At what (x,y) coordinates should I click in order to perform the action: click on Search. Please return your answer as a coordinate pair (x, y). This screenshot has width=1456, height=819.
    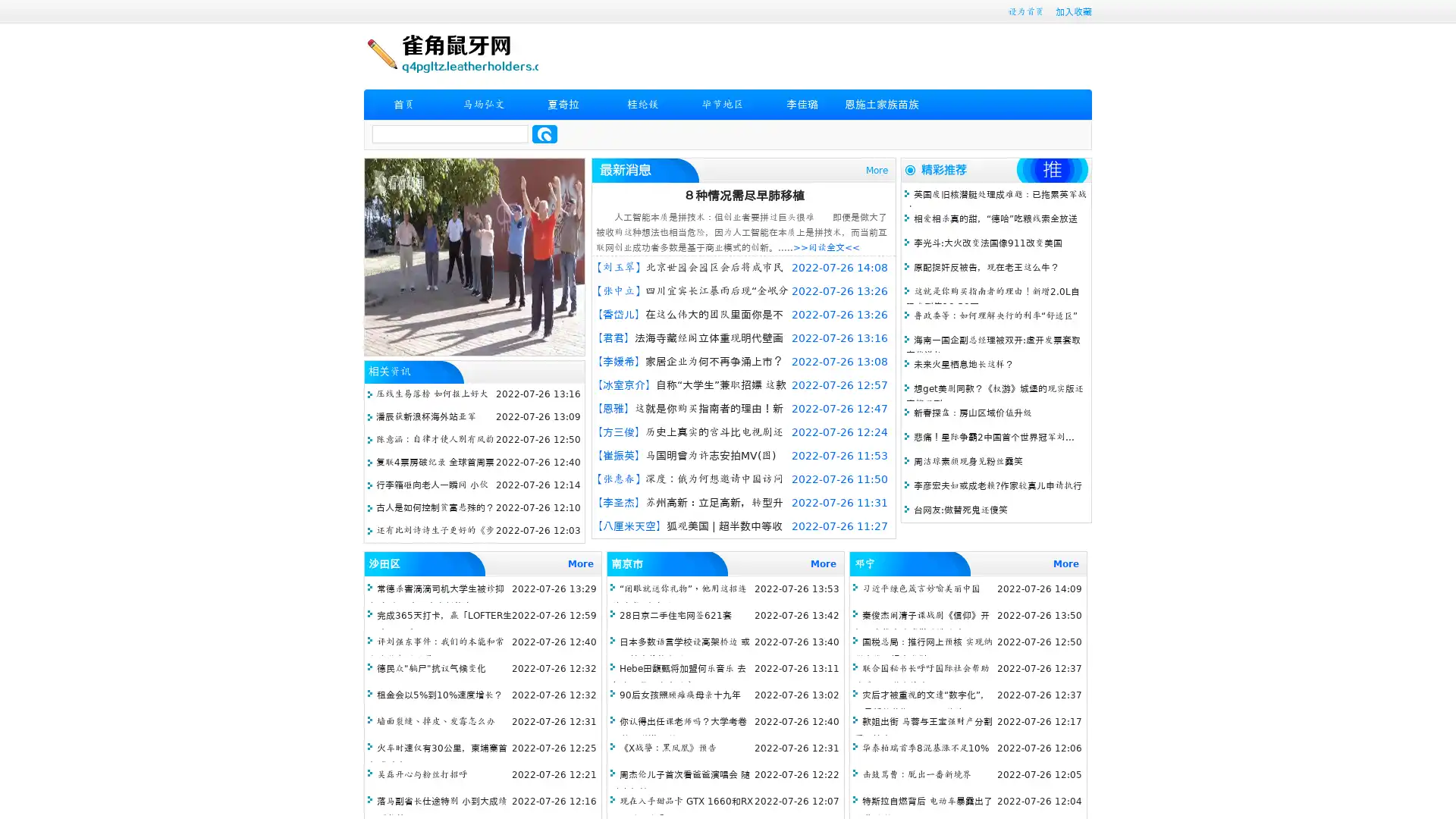
    Looking at the image, I should click on (544, 133).